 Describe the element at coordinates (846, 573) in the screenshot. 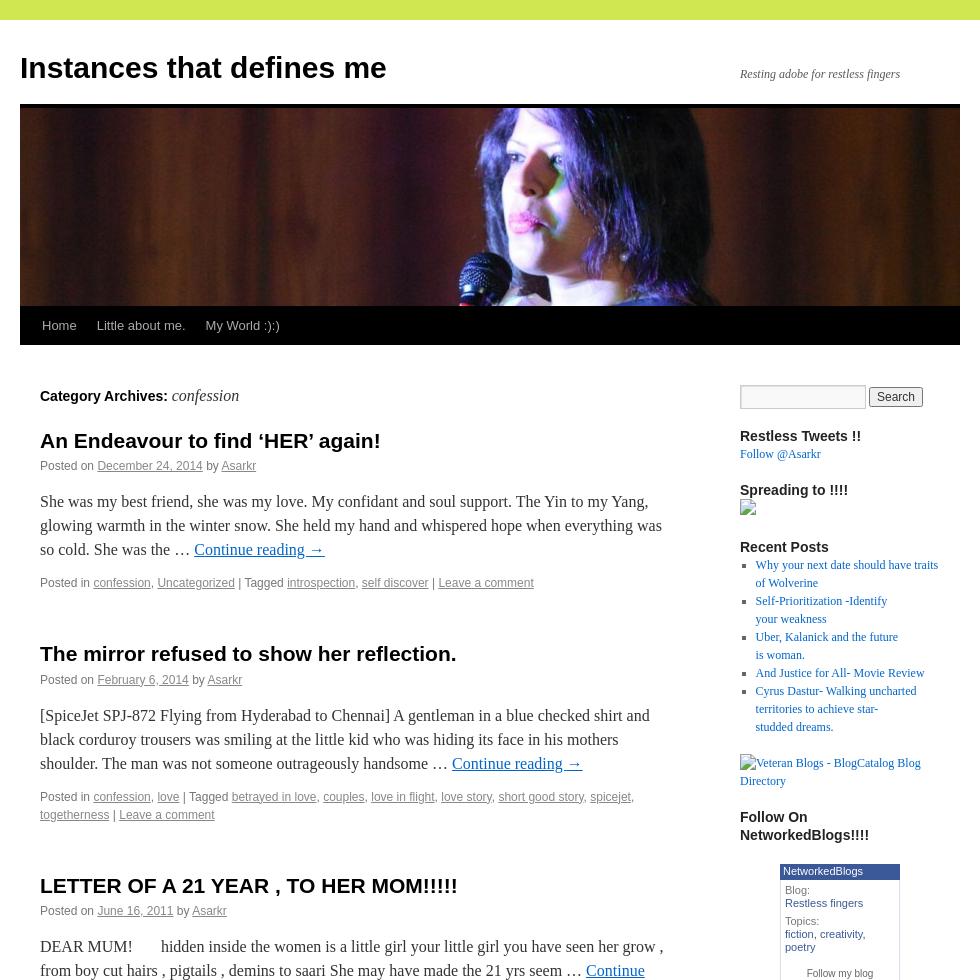

I see `'Why your next date should have traits of Wolverine'` at that location.